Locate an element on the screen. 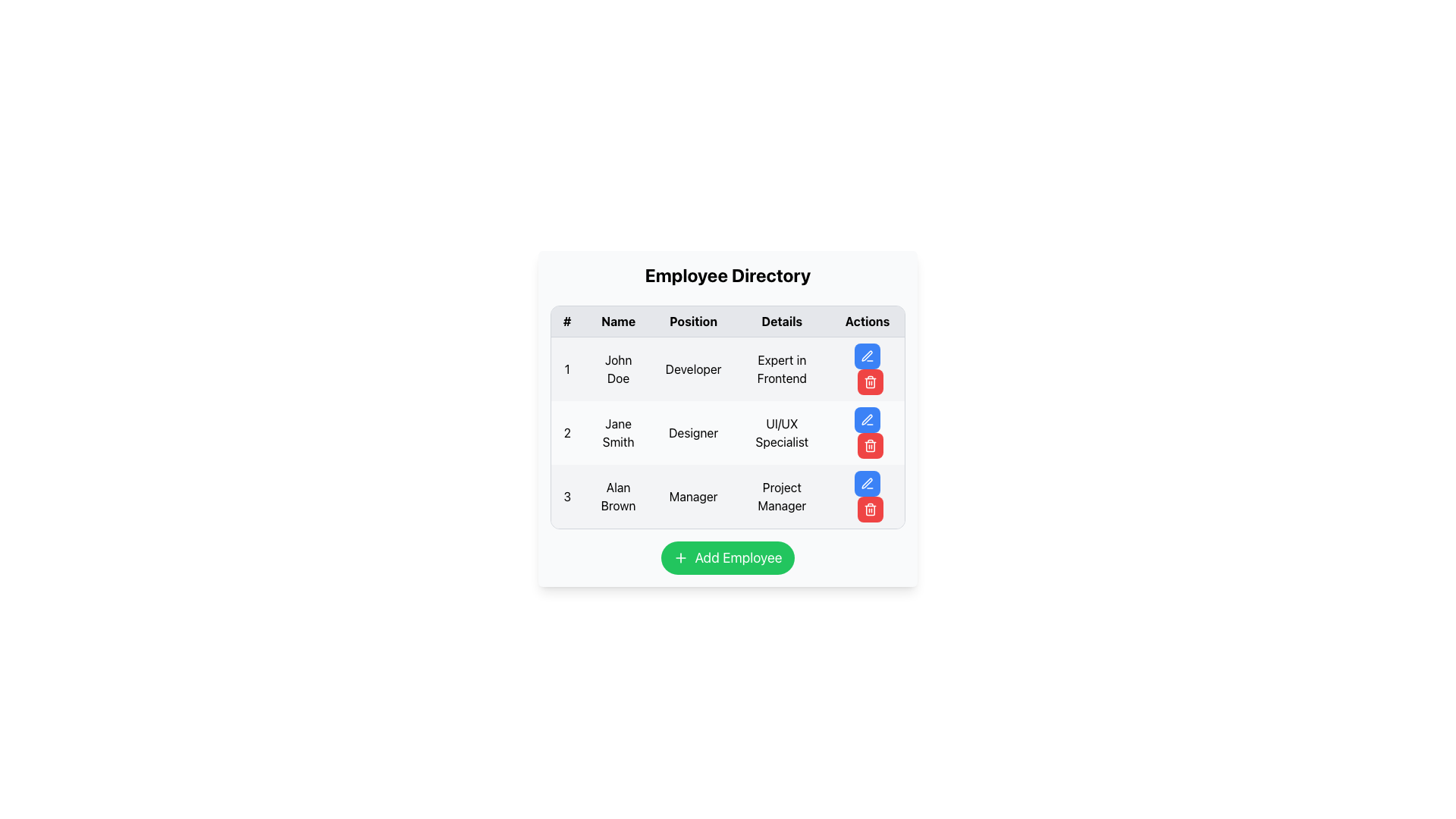  the 'Actions' text label located at the rightmost part of the header row, which displays the word 'Actions' in bold font is located at coordinates (868, 321).